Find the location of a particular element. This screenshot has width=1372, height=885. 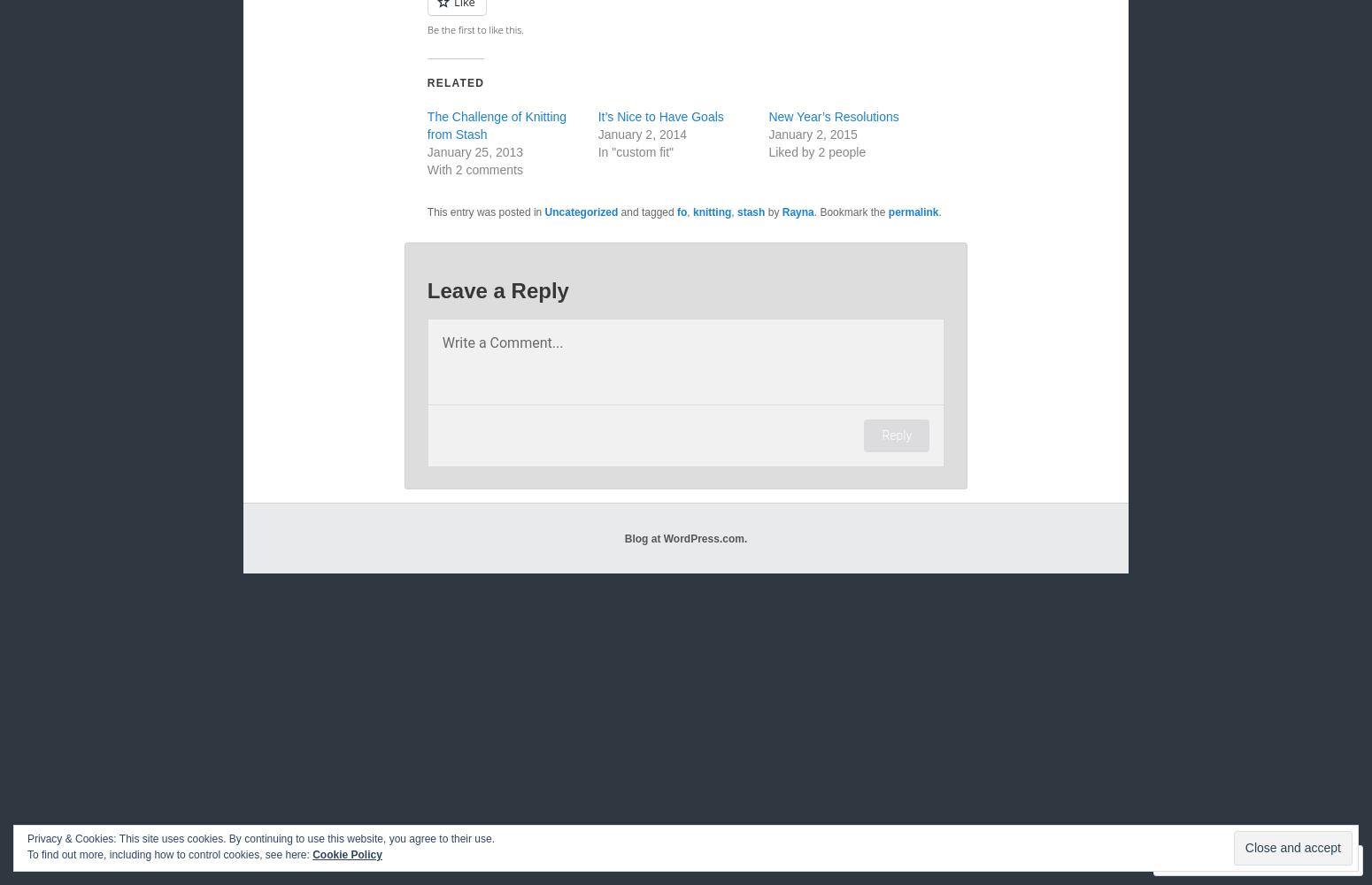

'Related' is located at coordinates (454, 82).